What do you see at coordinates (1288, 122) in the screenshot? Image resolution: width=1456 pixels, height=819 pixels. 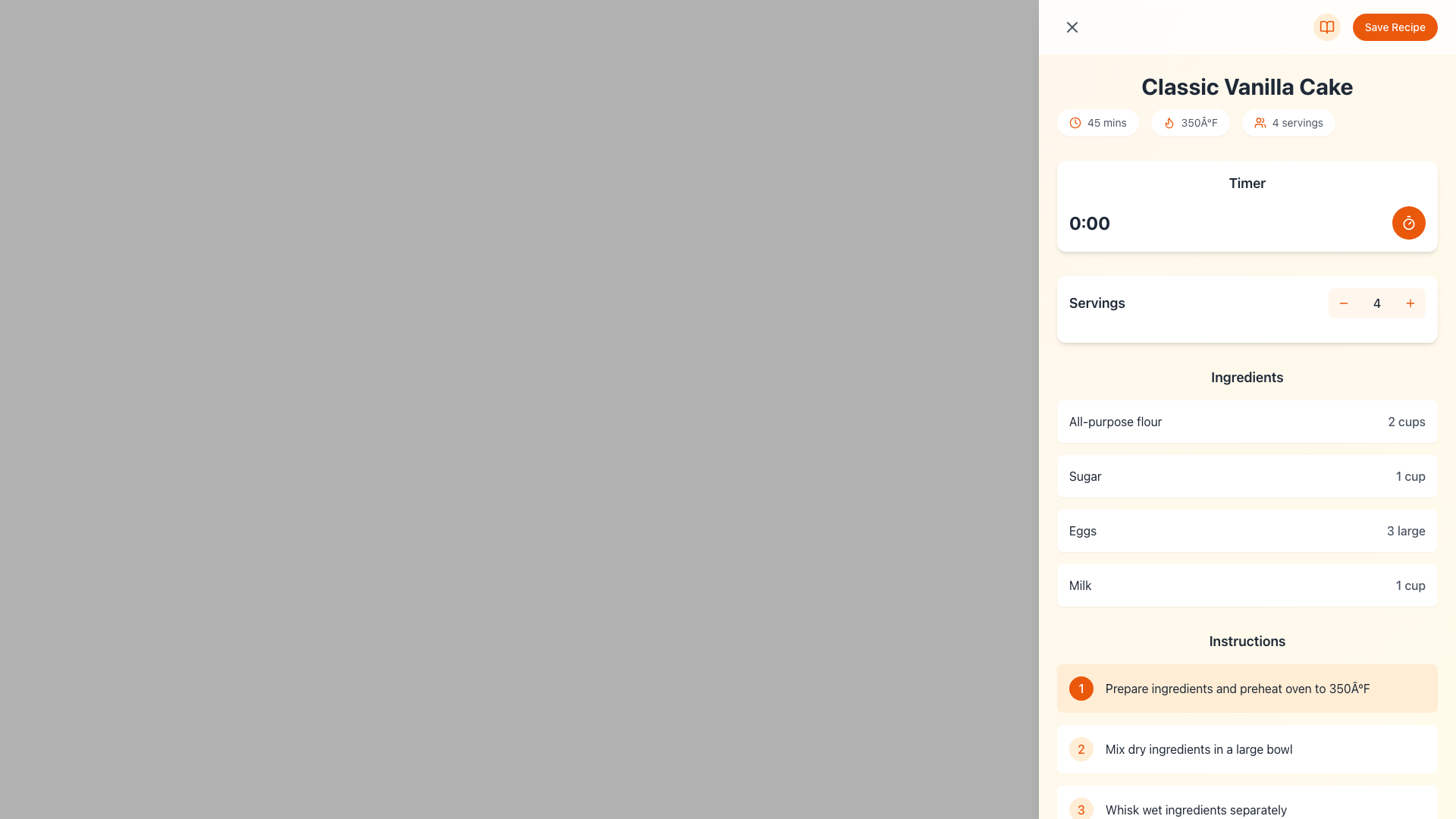 I see `the third static informational badge that displays '4 servings', which has a white background and an orange user icon, located in the upper section of the interface` at bounding box center [1288, 122].